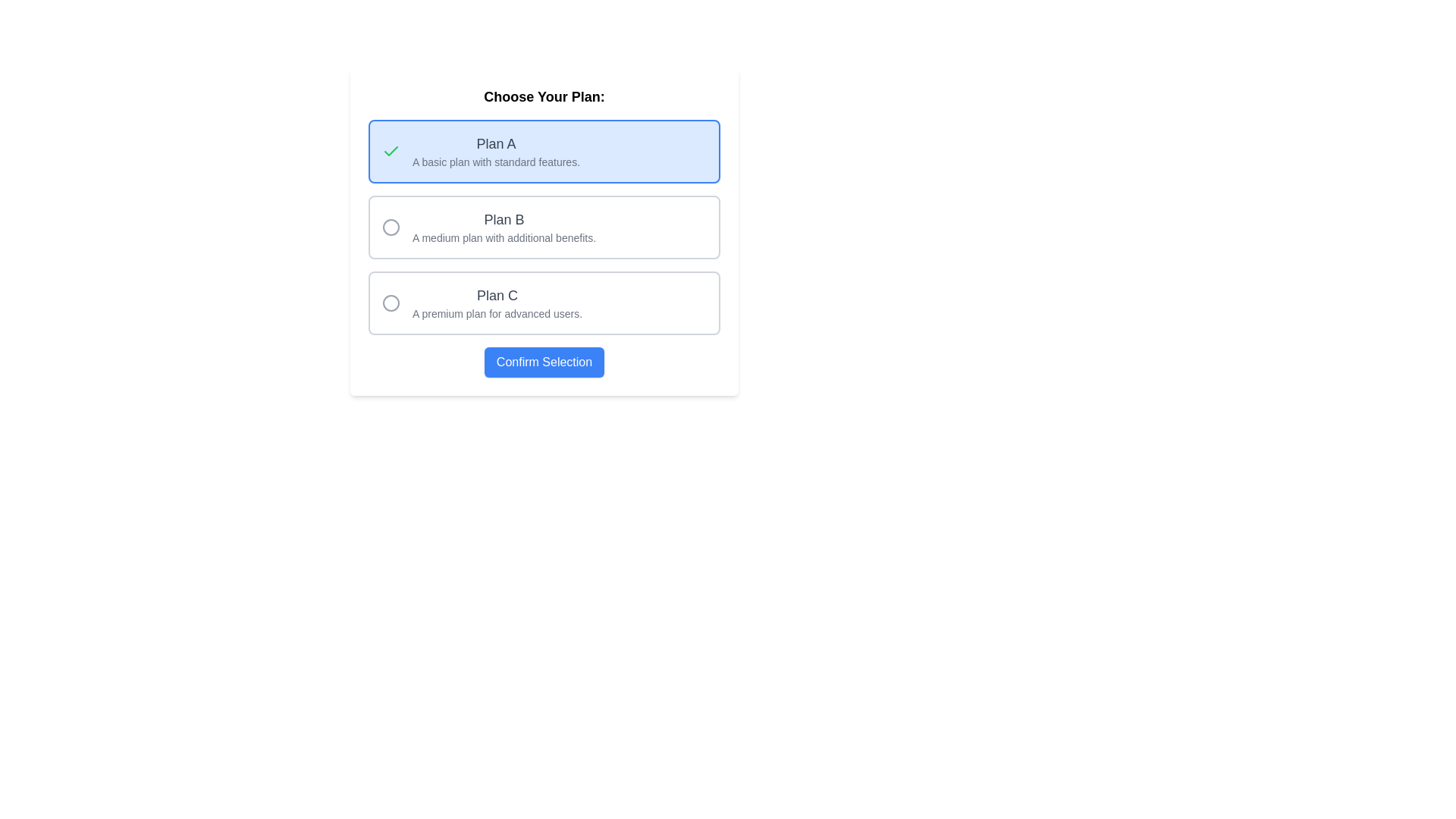 Image resolution: width=1456 pixels, height=819 pixels. Describe the element at coordinates (544, 362) in the screenshot. I see `the confirmation button located at the bottom of the interface to observe styling changes` at that location.